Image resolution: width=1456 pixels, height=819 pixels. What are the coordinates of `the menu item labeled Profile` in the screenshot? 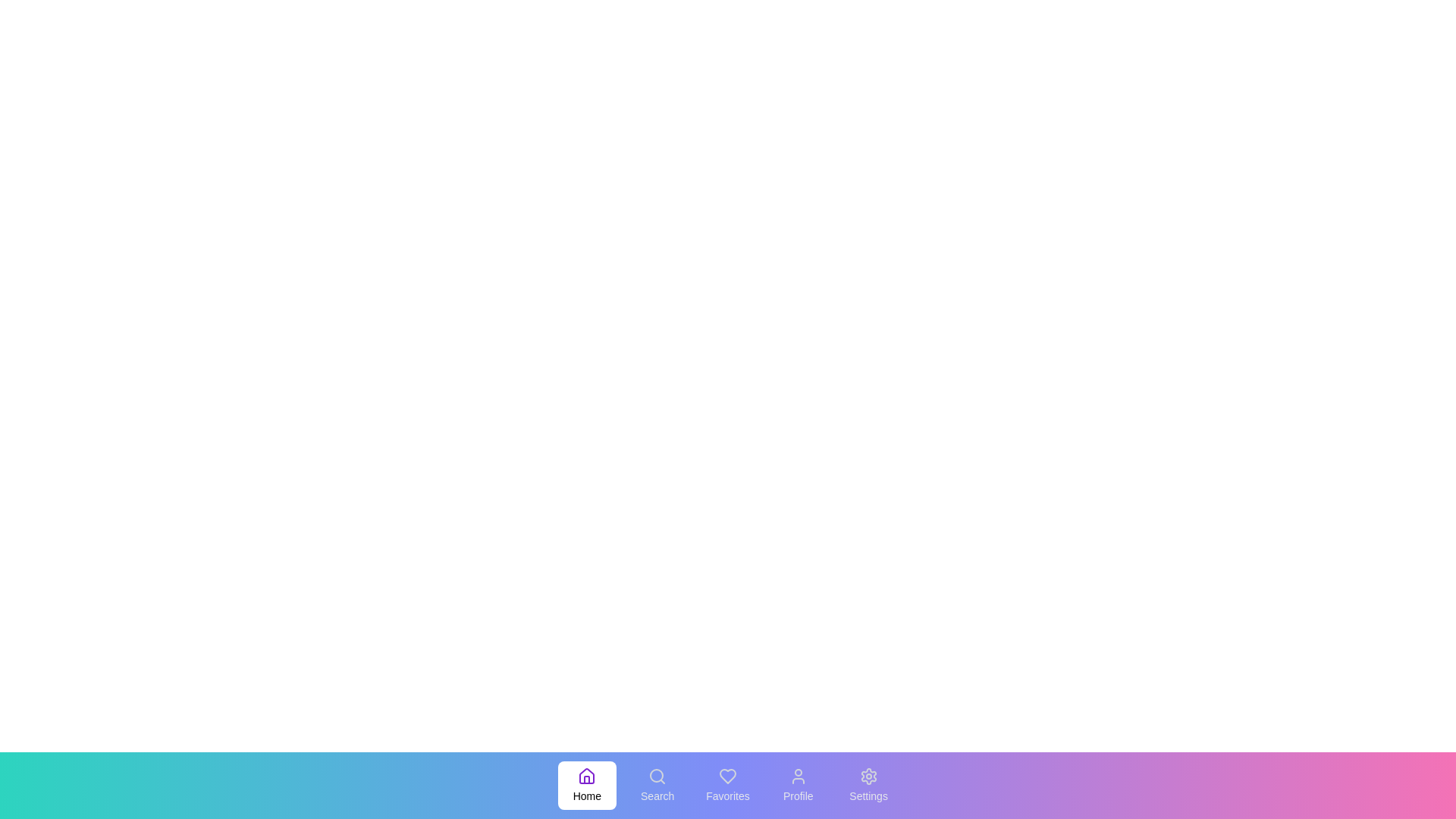 It's located at (797, 785).